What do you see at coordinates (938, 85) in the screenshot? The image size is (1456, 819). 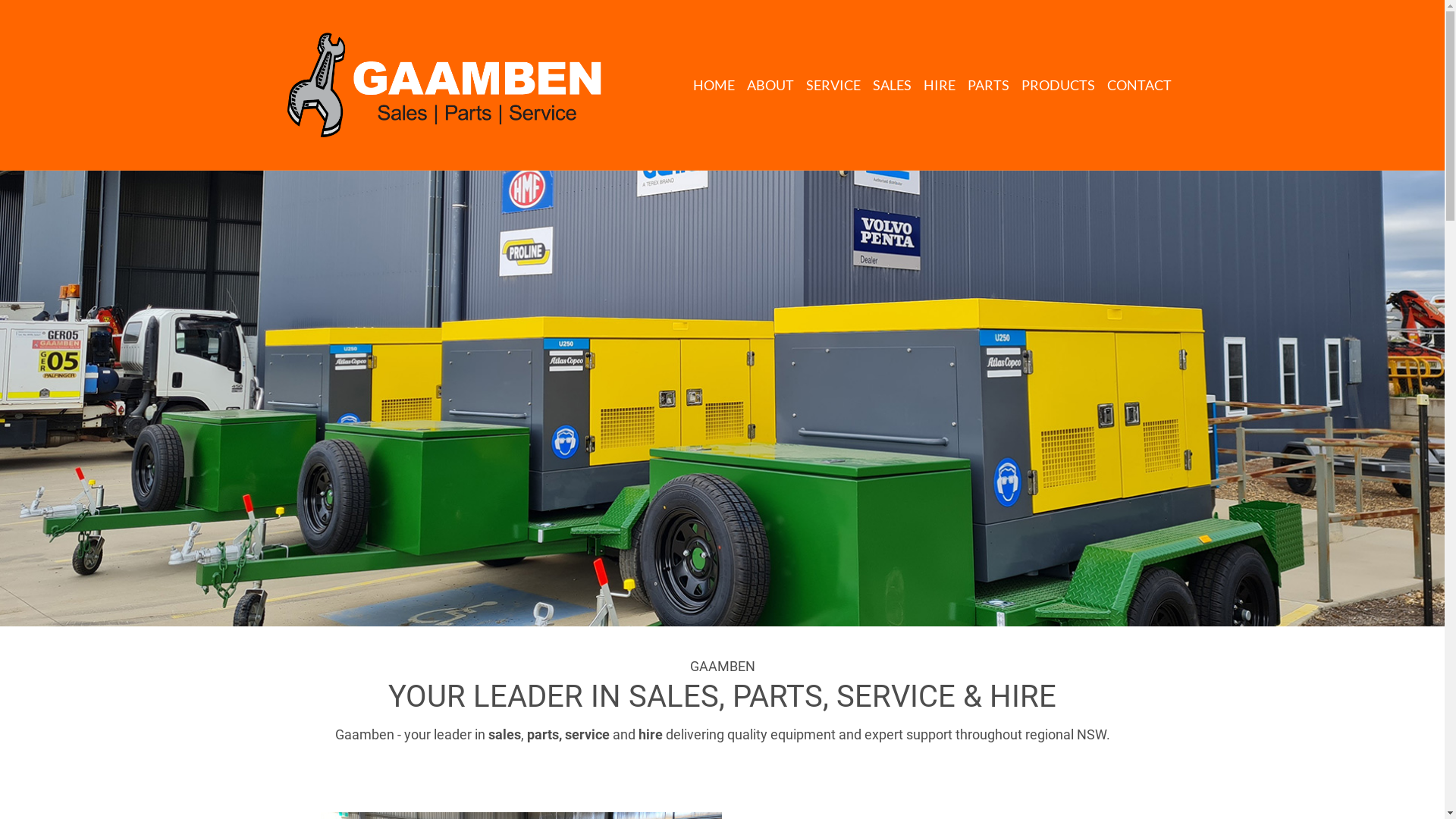 I see `'HIRE'` at bounding box center [938, 85].